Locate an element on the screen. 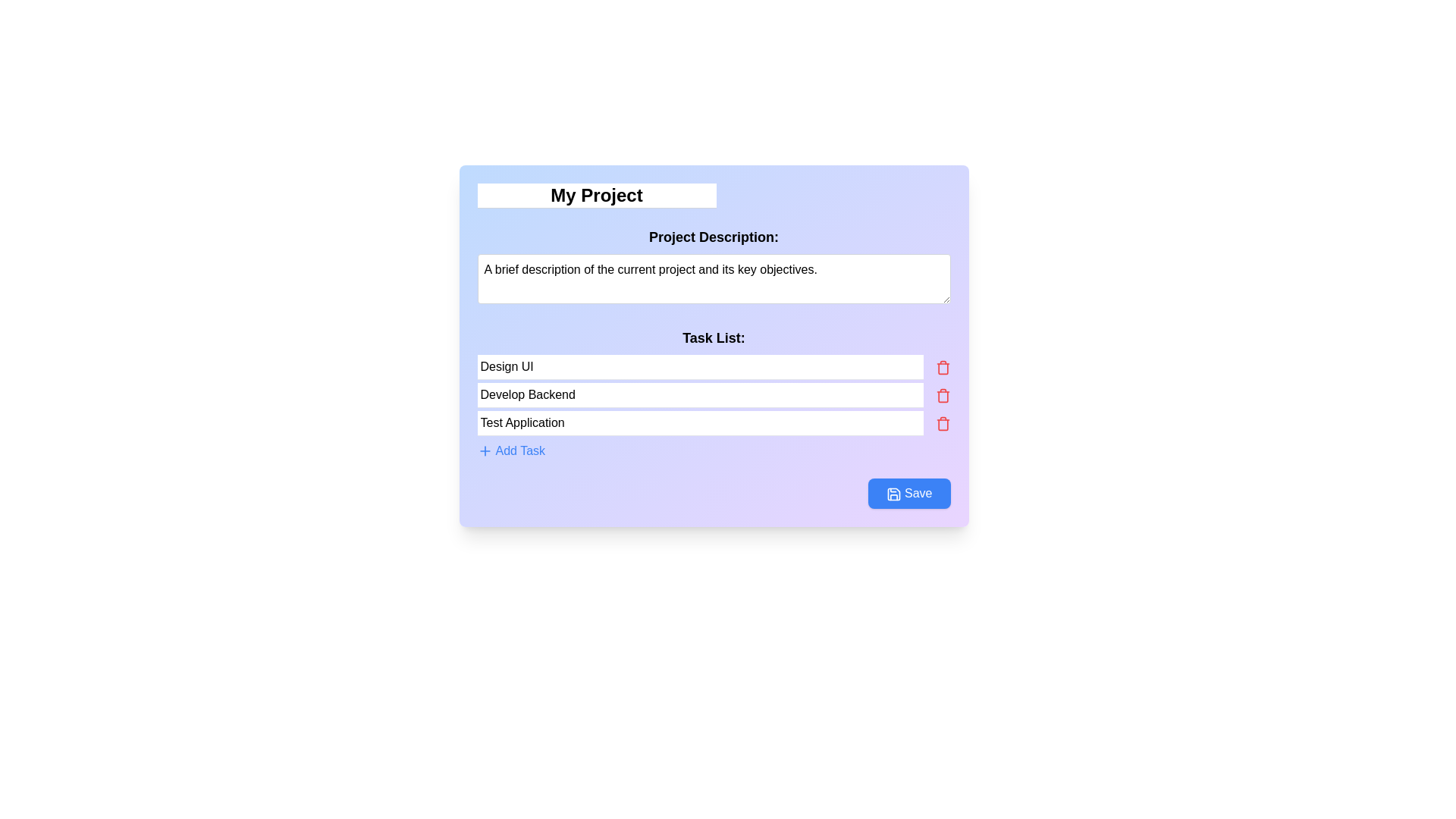  the blue 'Save' button with white text and a floppy disk icon located at the bottom-right of the 'My Project' form to change its background color is located at coordinates (909, 494).